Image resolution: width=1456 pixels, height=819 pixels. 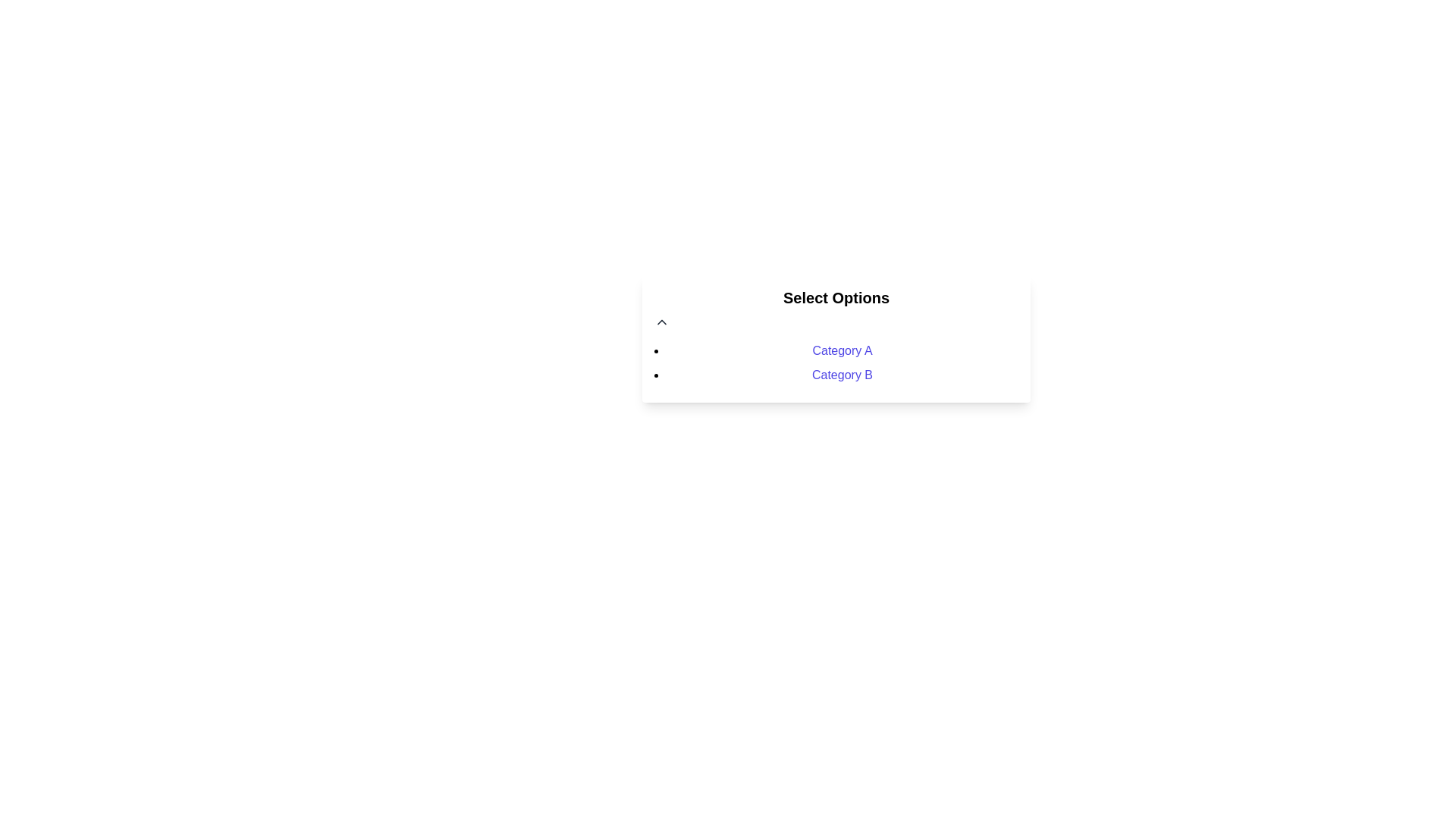 I want to click on the hyperlinked text for 'Category B' in the vertical list under 'Select Options', so click(x=841, y=375).